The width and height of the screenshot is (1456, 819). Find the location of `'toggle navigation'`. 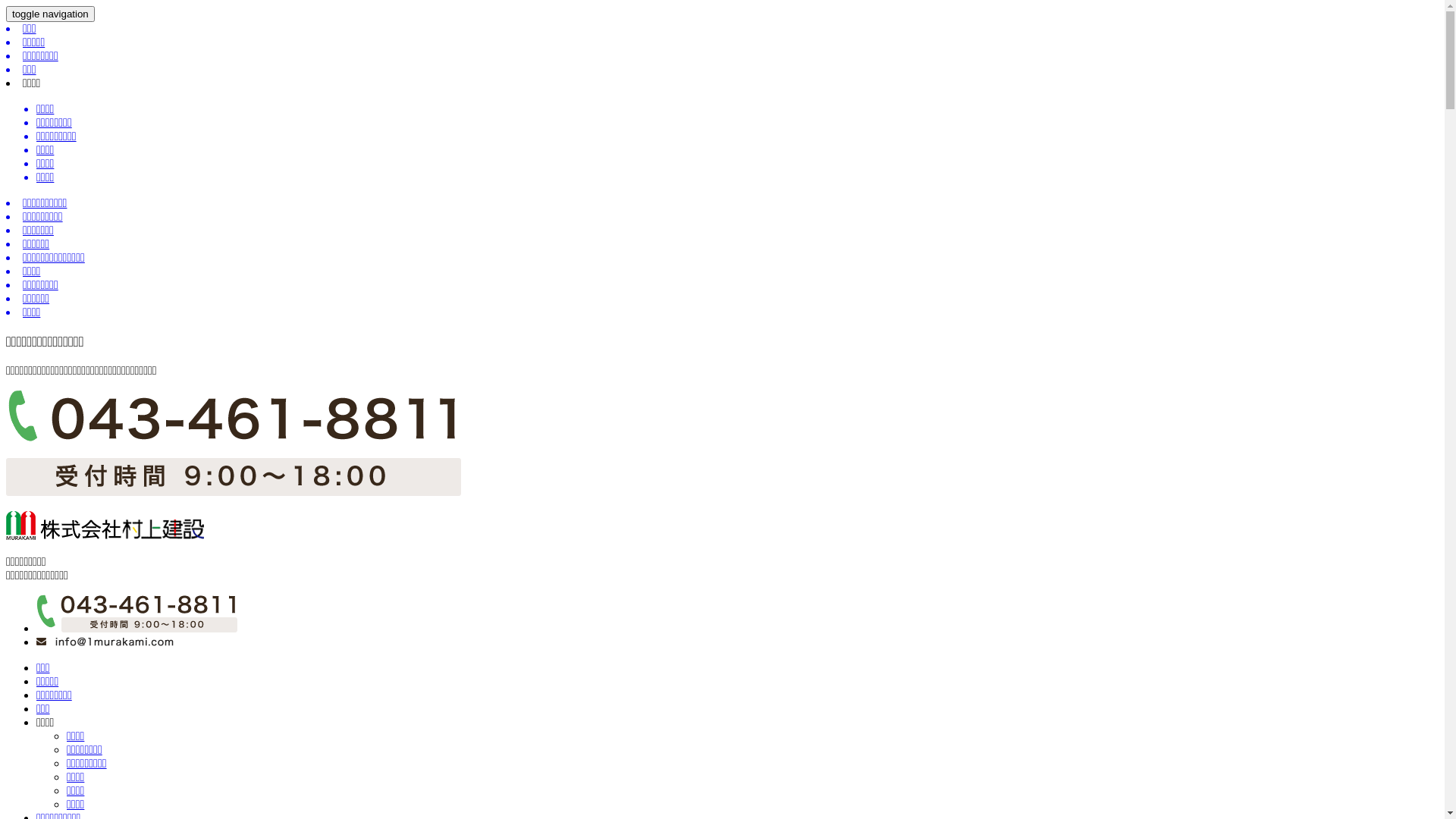

'toggle navigation' is located at coordinates (50, 14).